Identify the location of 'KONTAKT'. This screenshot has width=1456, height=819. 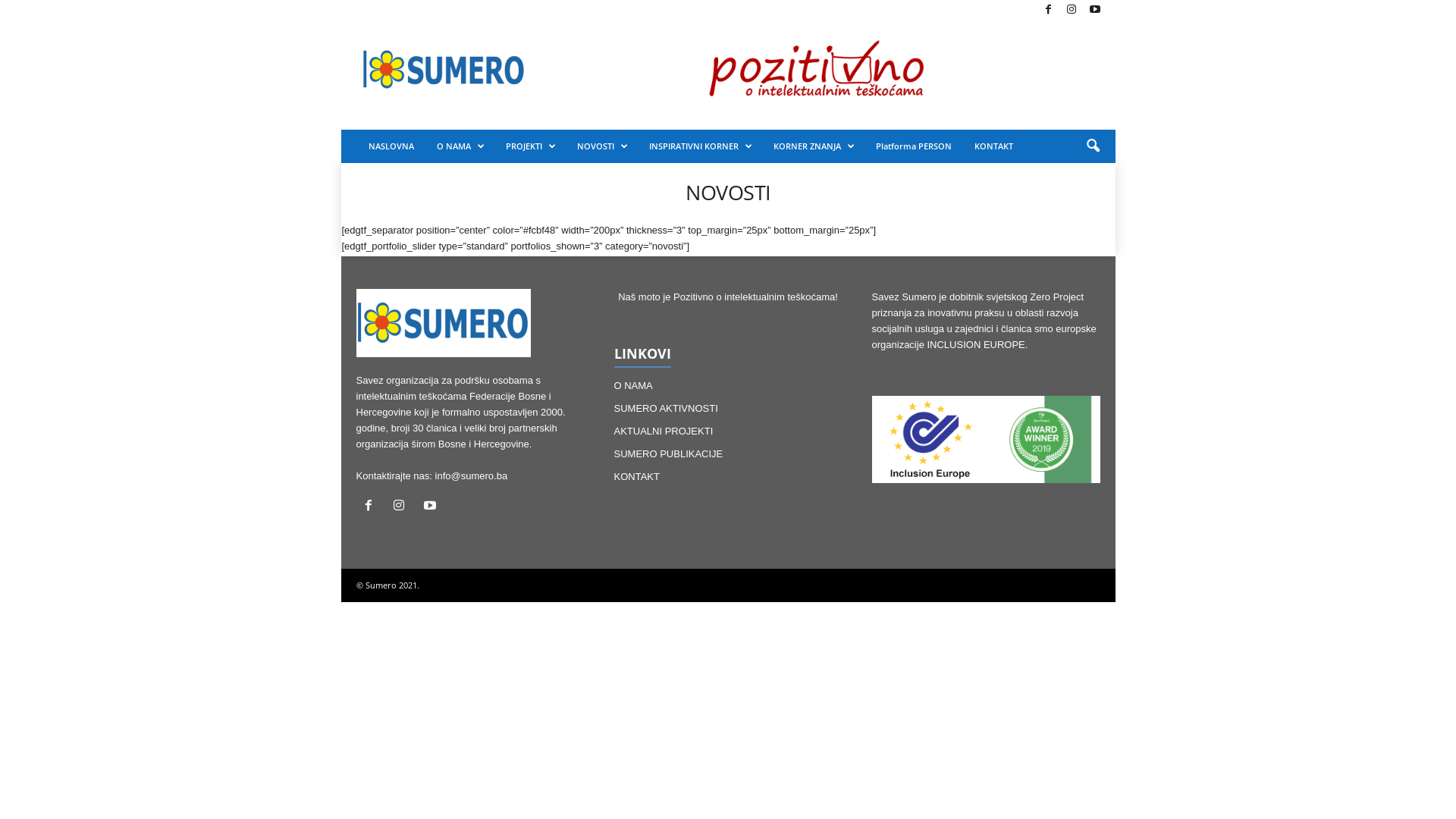
(614, 475).